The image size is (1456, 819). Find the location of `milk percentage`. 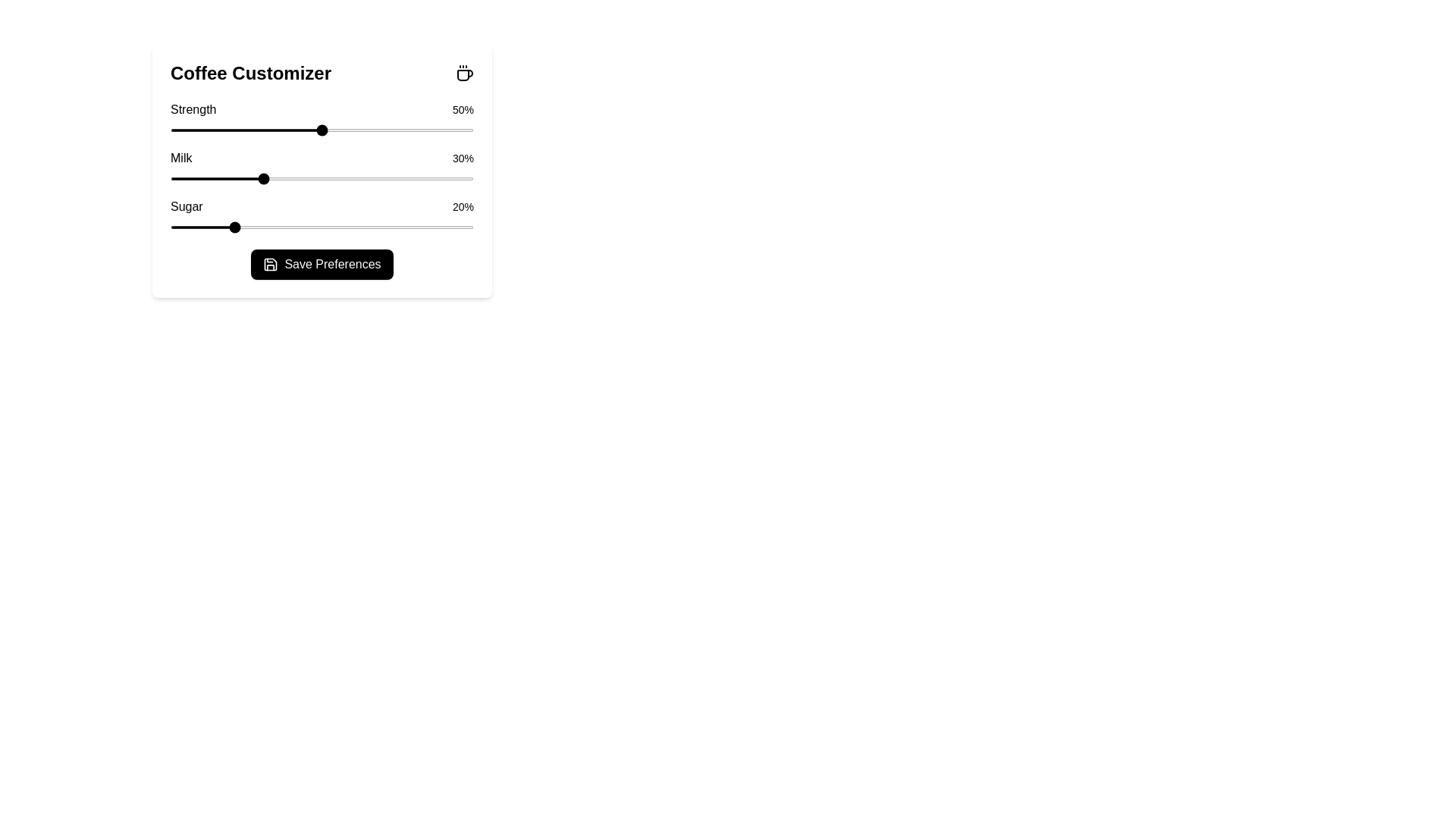

milk percentage is located at coordinates (374, 177).